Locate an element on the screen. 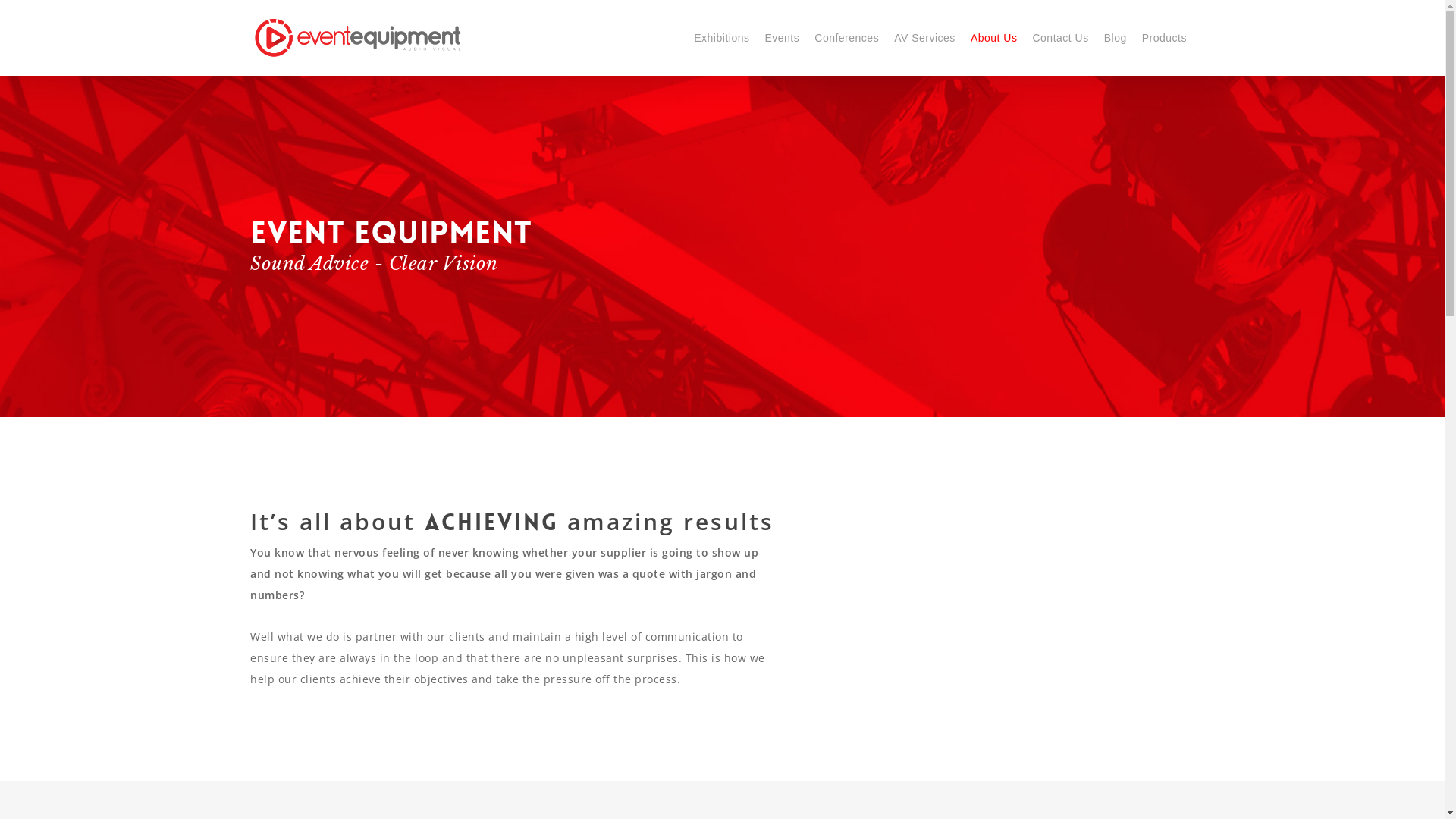 This screenshot has height=819, width=1456. 'About Us' is located at coordinates (962, 37).